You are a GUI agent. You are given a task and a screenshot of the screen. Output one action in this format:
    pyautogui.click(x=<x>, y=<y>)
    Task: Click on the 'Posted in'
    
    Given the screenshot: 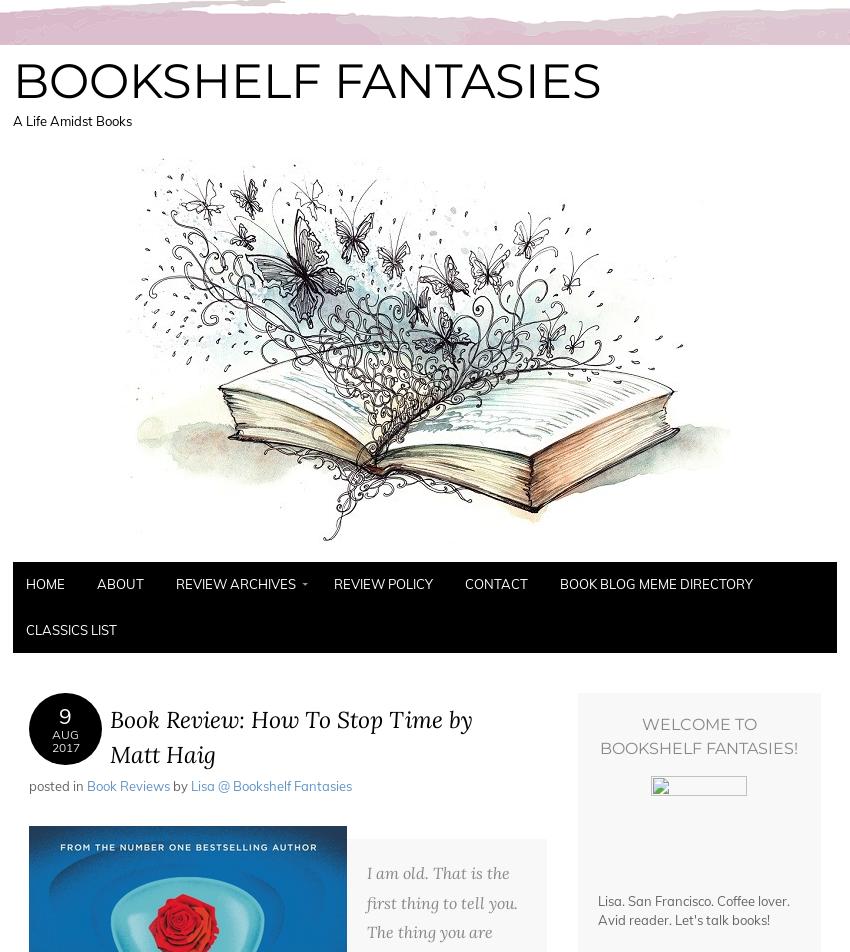 What is the action you would take?
    pyautogui.click(x=57, y=785)
    